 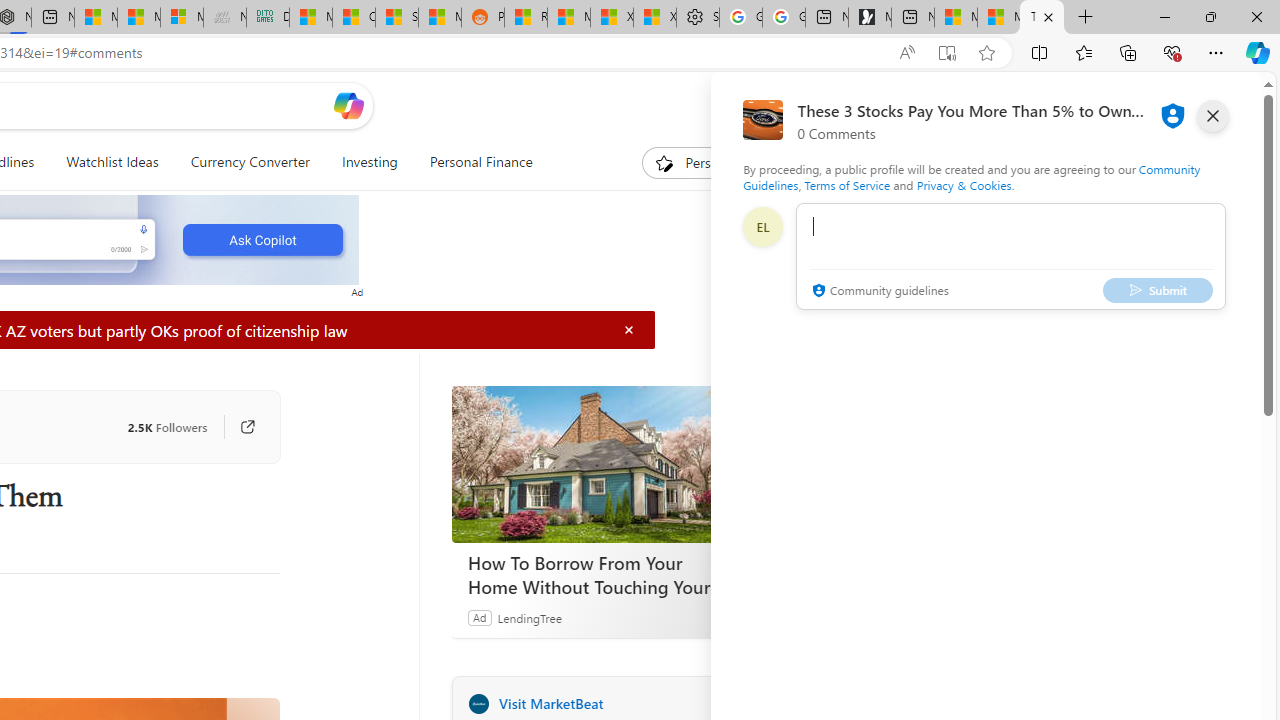 I want to click on 'comment-box', so click(x=1011, y=255).